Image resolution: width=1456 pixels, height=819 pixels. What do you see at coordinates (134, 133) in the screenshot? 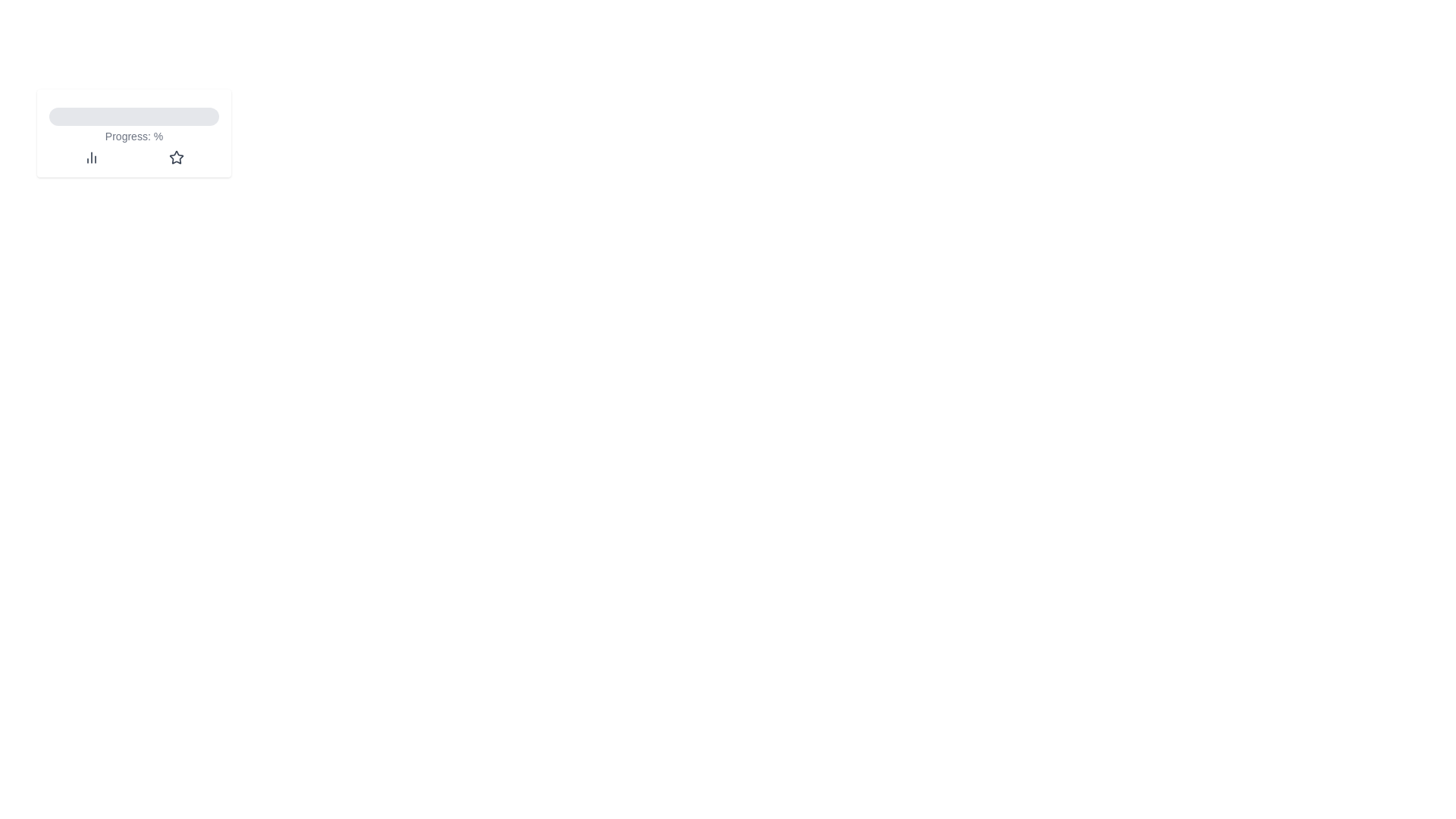
I see `the Progress Tracker element, which visually represents task progress with a bar and descriptive text, located near the top-left corner of the layout` at bounding box center [134, 133].